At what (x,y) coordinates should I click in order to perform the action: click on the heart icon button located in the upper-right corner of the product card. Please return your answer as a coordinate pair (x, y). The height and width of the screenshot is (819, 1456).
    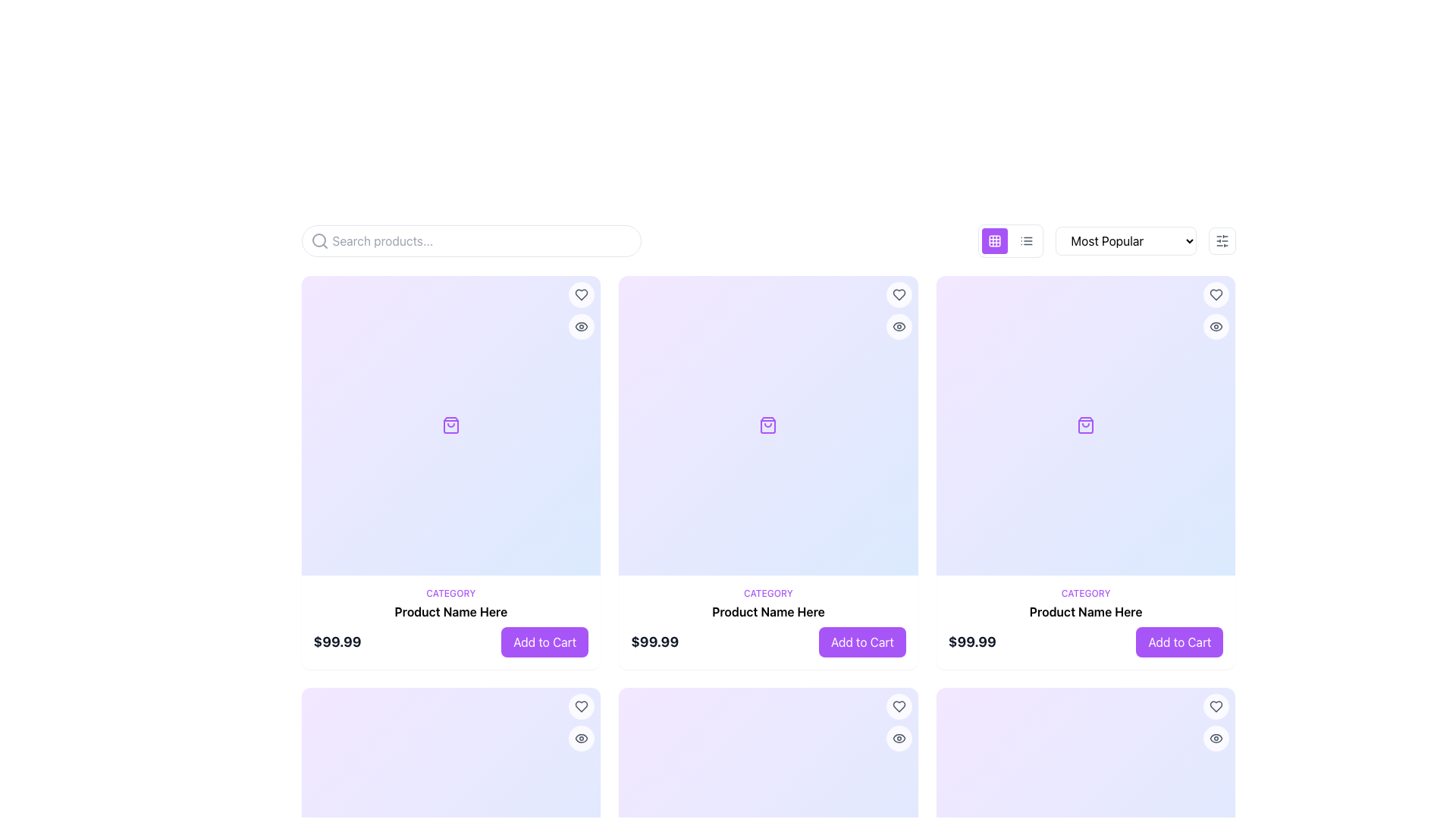
    Looking at the image, I should click on (899, 706).